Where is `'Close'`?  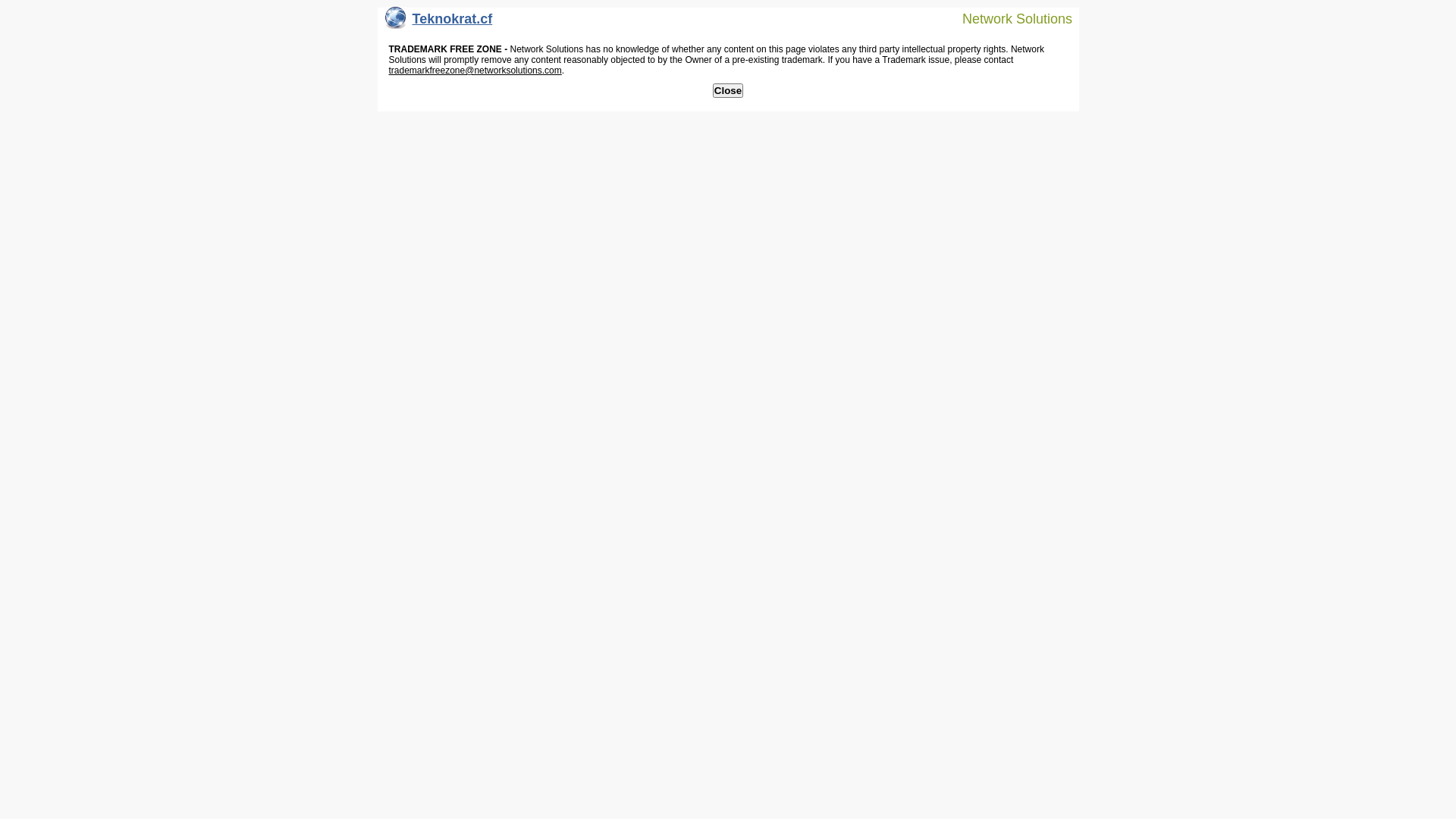
'Close' is located at coordinates (712, 90).